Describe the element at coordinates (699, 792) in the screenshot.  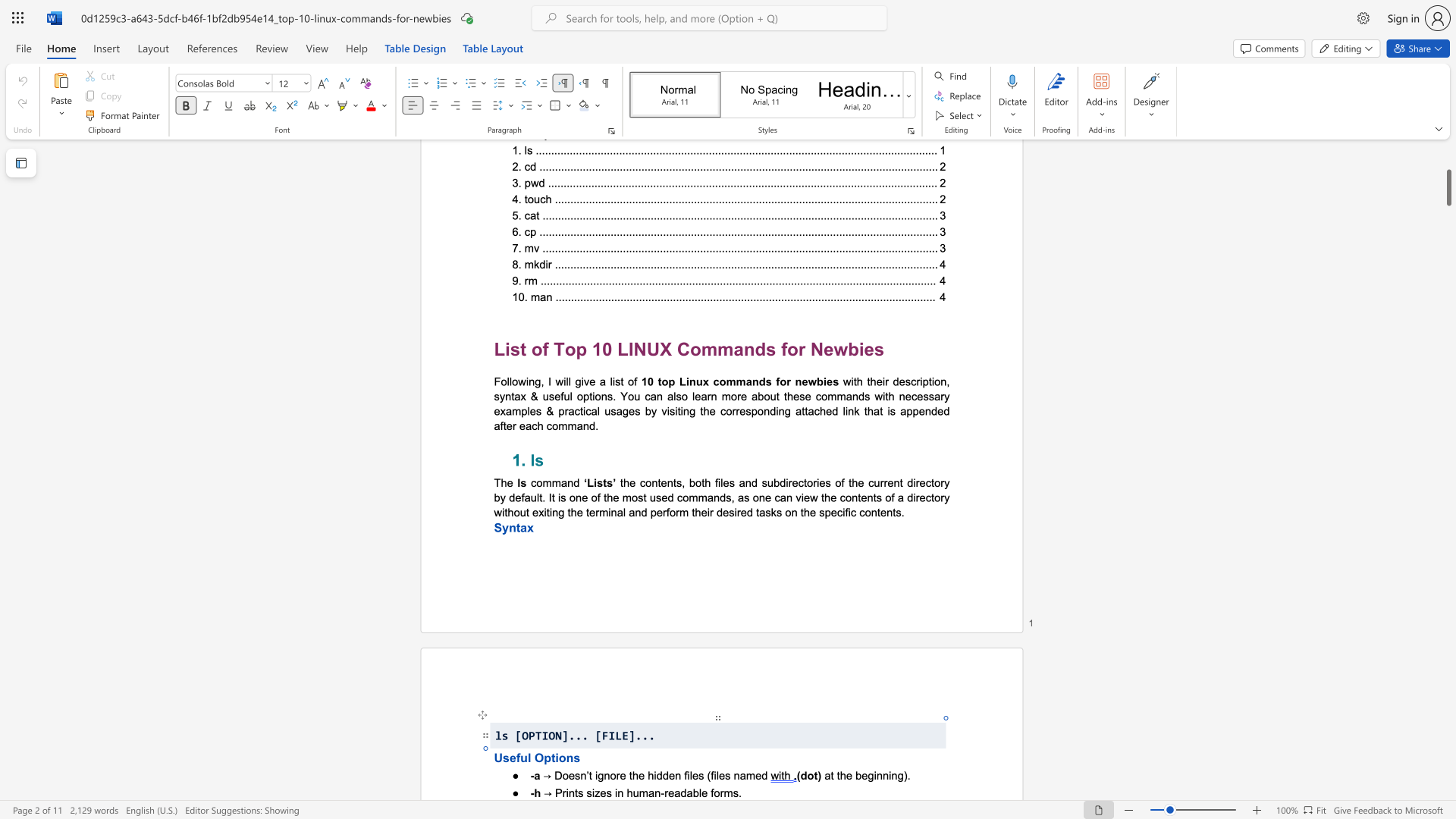
I see `the 1th character "l" in the text` at that location.